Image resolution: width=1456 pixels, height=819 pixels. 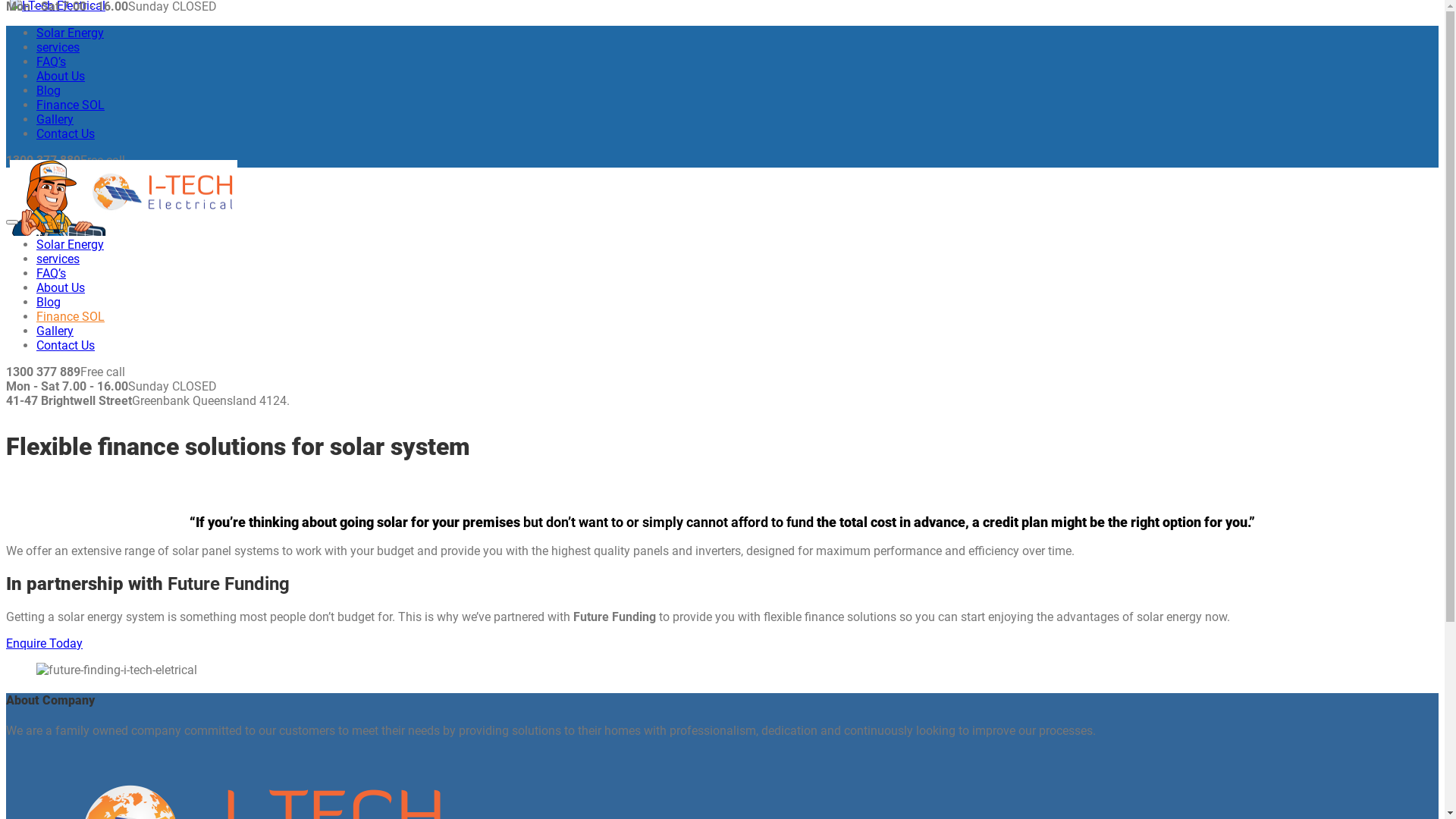 I want to click on 'Blog', so click(x=48, y=302).